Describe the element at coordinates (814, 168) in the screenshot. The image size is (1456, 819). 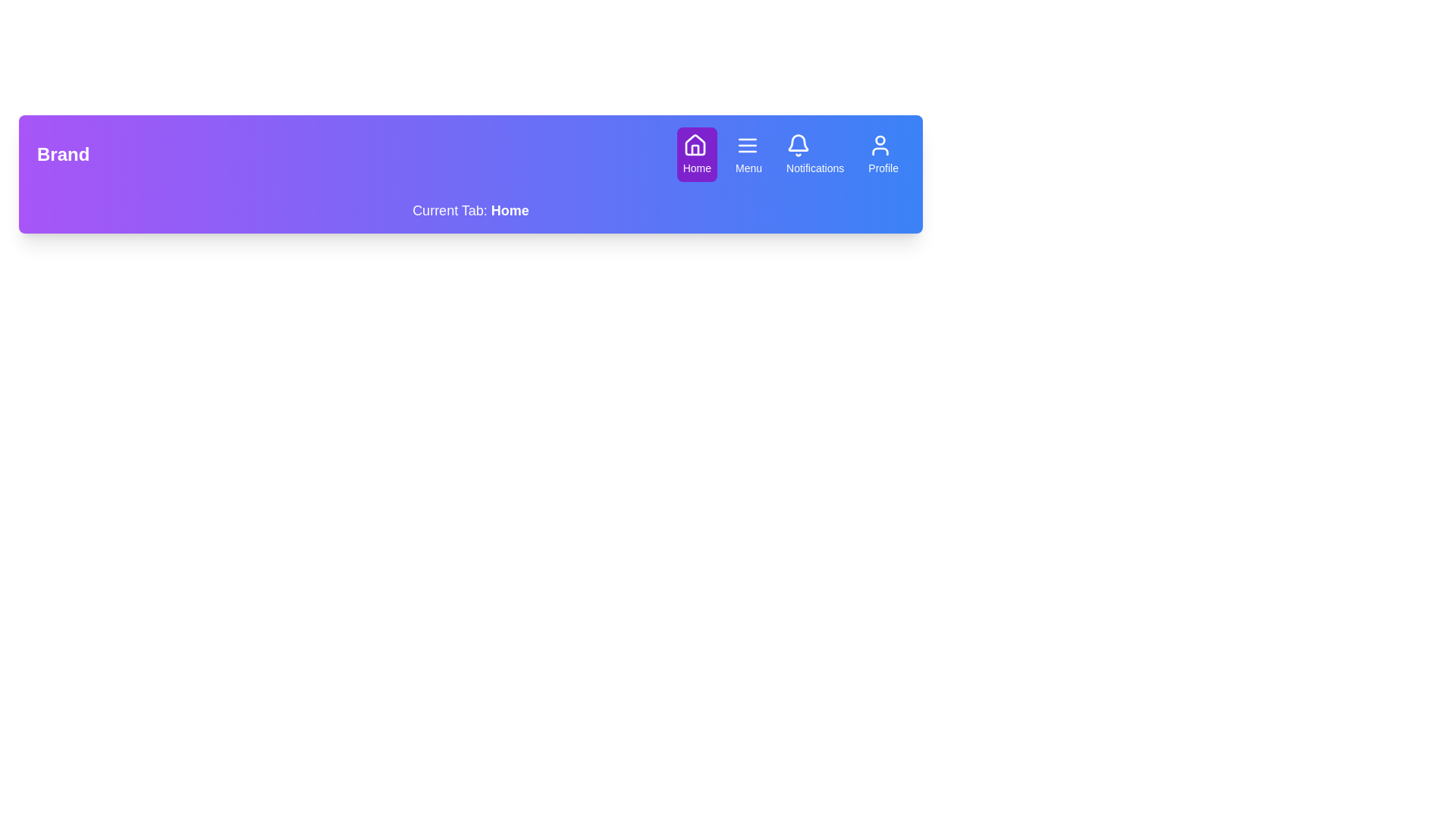
I see `the 'Notifications' text label, which is a blue background label with white text, located in the top navigation bar below the bell icon` at that location.